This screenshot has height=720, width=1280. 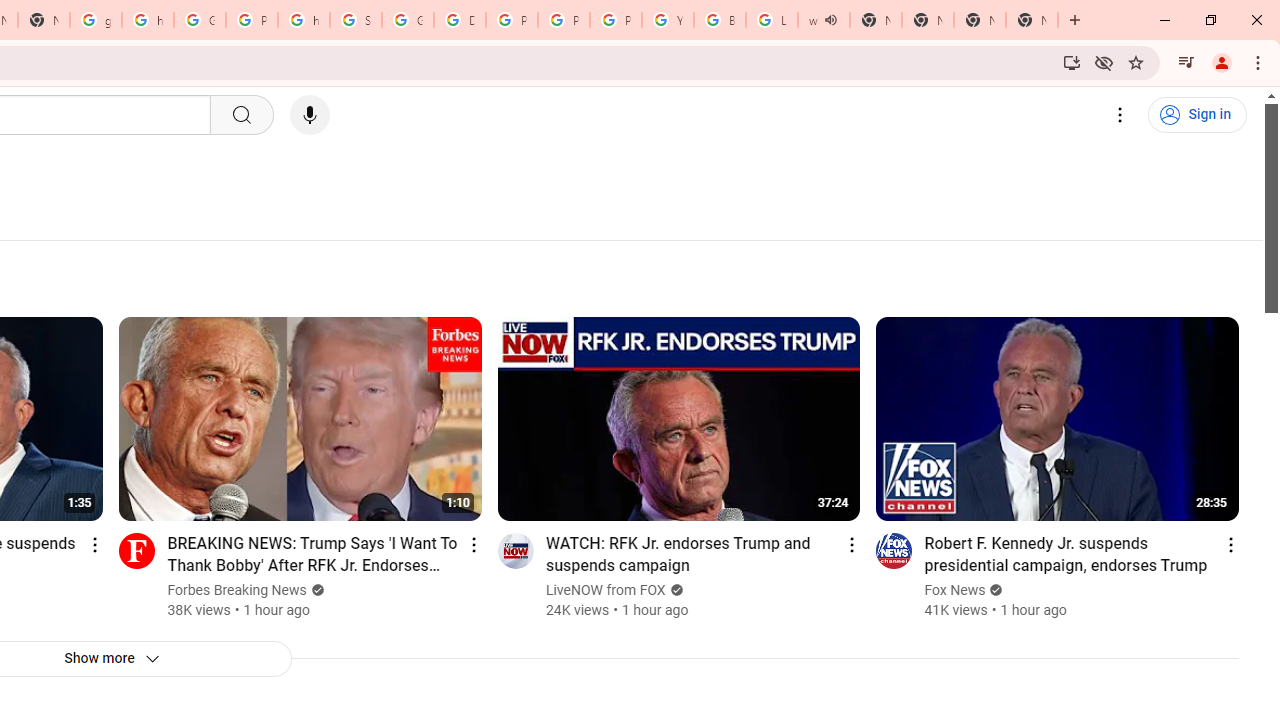 What do you see at coordinates (146, 20) in the screenshot?
I see `'https://scholar.google.com/'` at bounding box center [146, 20].